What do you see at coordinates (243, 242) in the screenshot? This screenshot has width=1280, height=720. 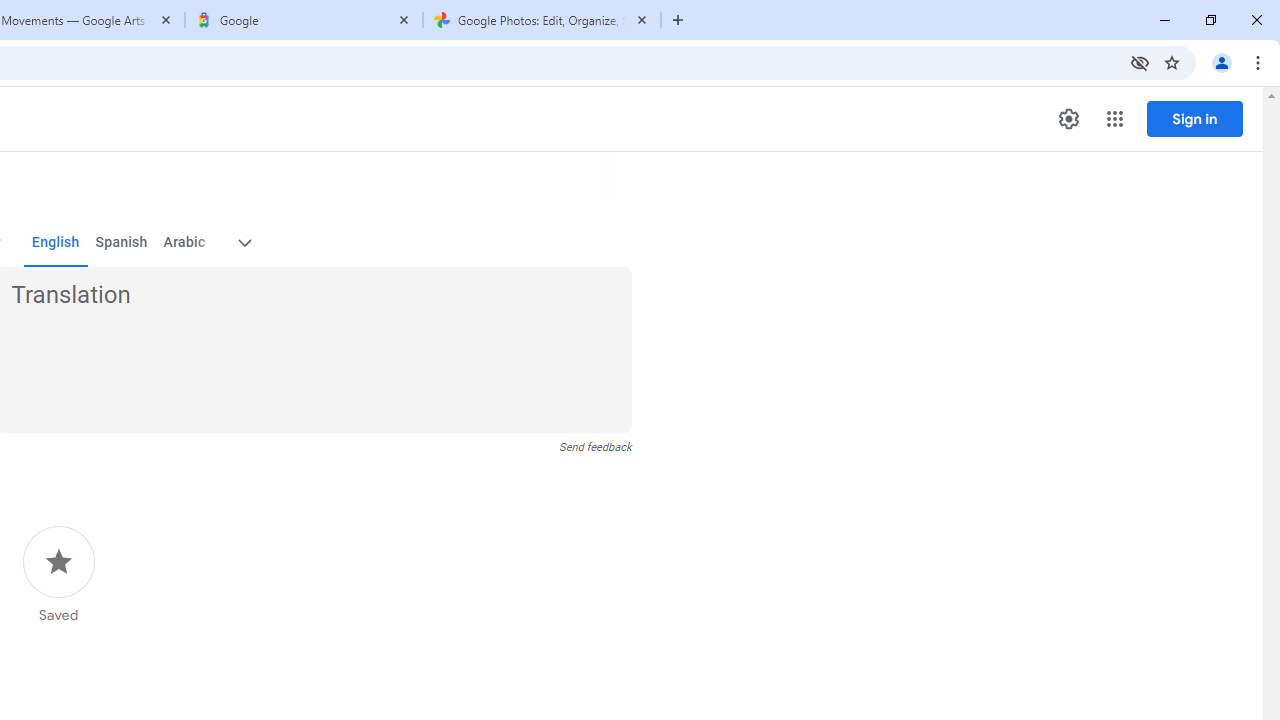 I see `'More target languages'` at bounding box center [243, 242].